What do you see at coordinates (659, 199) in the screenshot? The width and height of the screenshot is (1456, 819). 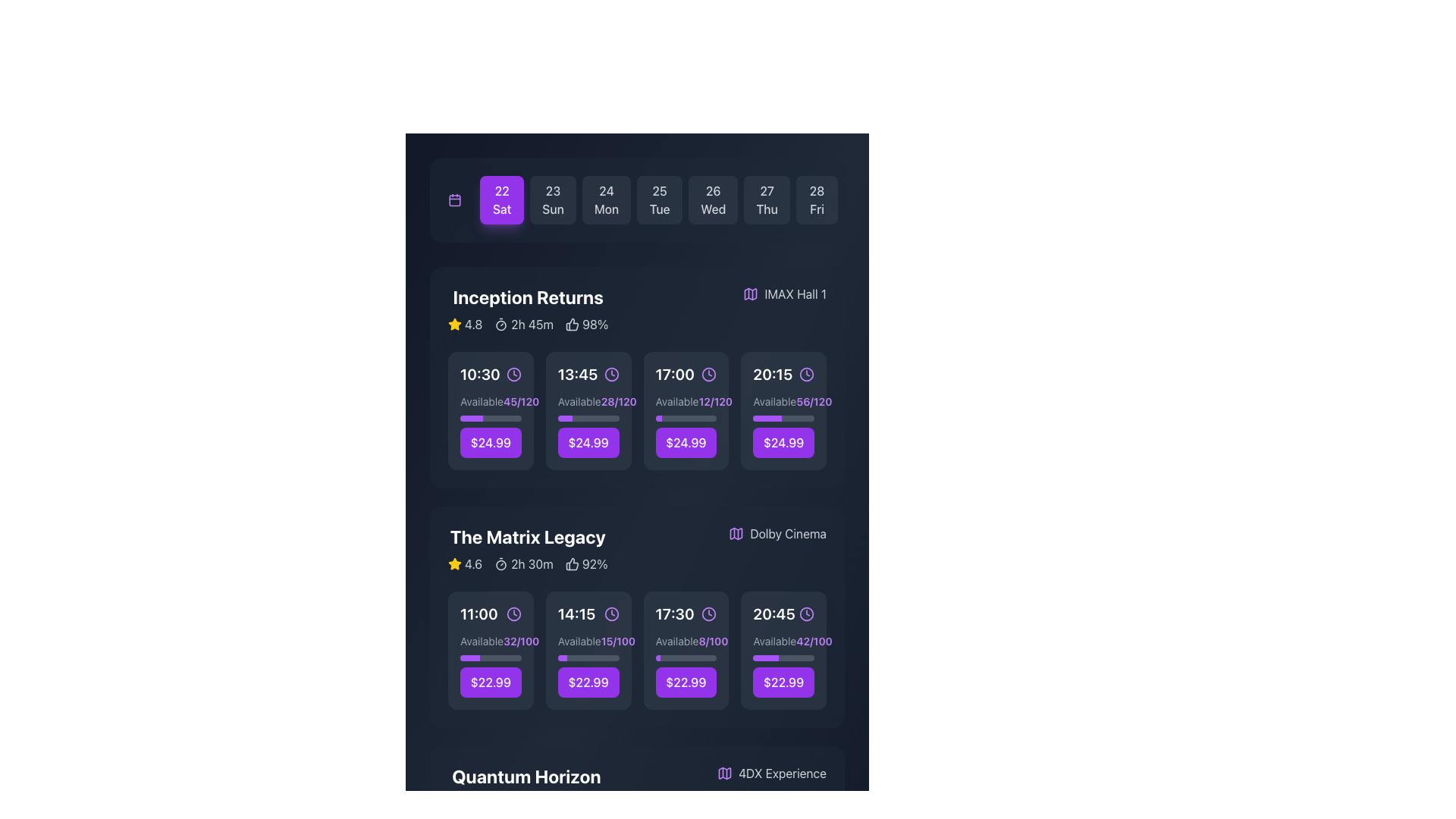 I see `the '25 Tue' date selection button in the calendar interface` at bounding box center [659, 199].